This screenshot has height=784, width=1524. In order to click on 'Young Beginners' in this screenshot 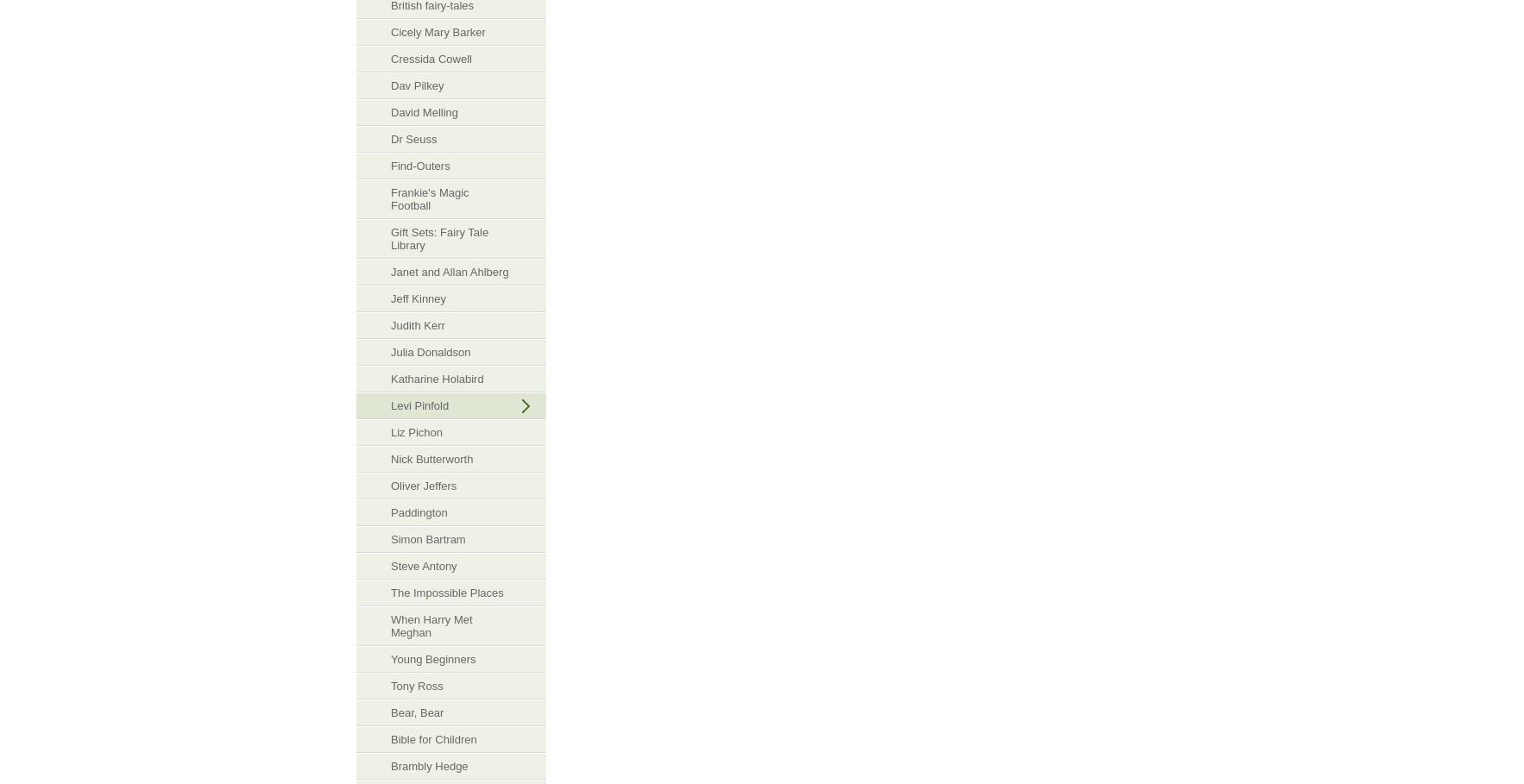, I will do `click(433, 659)`.